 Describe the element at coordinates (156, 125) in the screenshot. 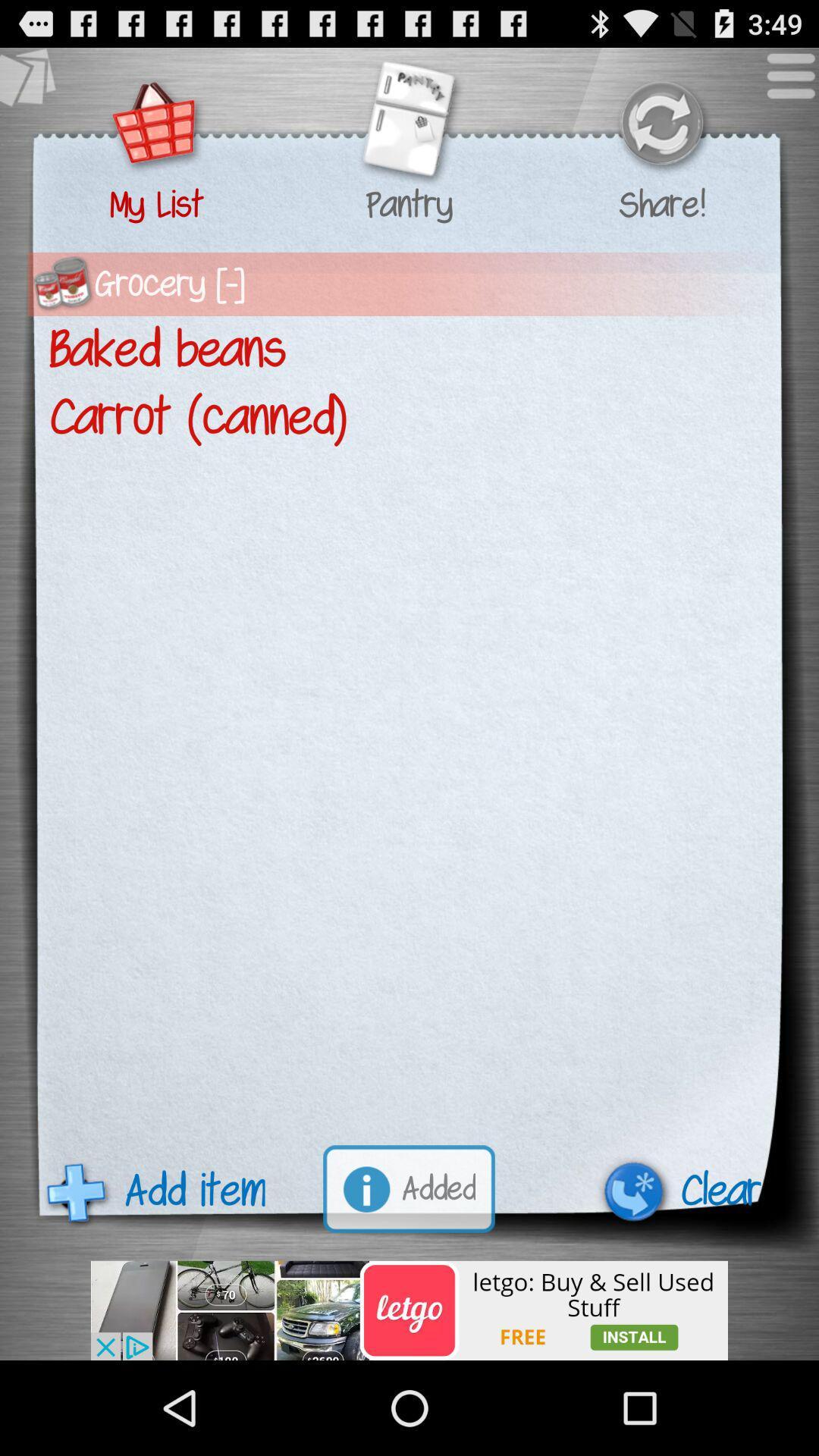

I see `see what 's on your list` at that location.